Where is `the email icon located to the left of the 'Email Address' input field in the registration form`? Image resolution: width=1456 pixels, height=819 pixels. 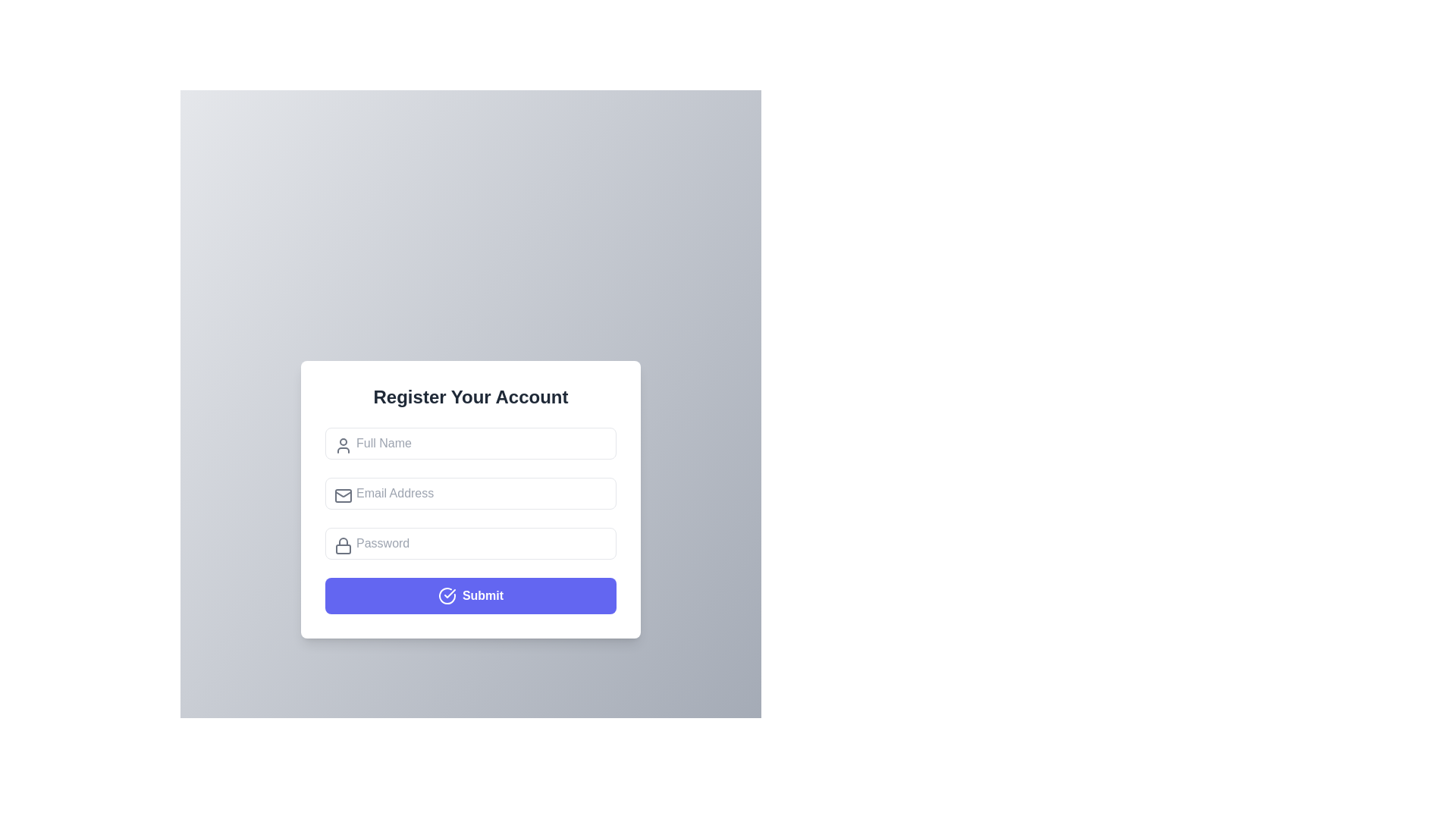
the email icon located to the left of the 'Email Address' input field in the registration form is located at coordinates (342, 494).